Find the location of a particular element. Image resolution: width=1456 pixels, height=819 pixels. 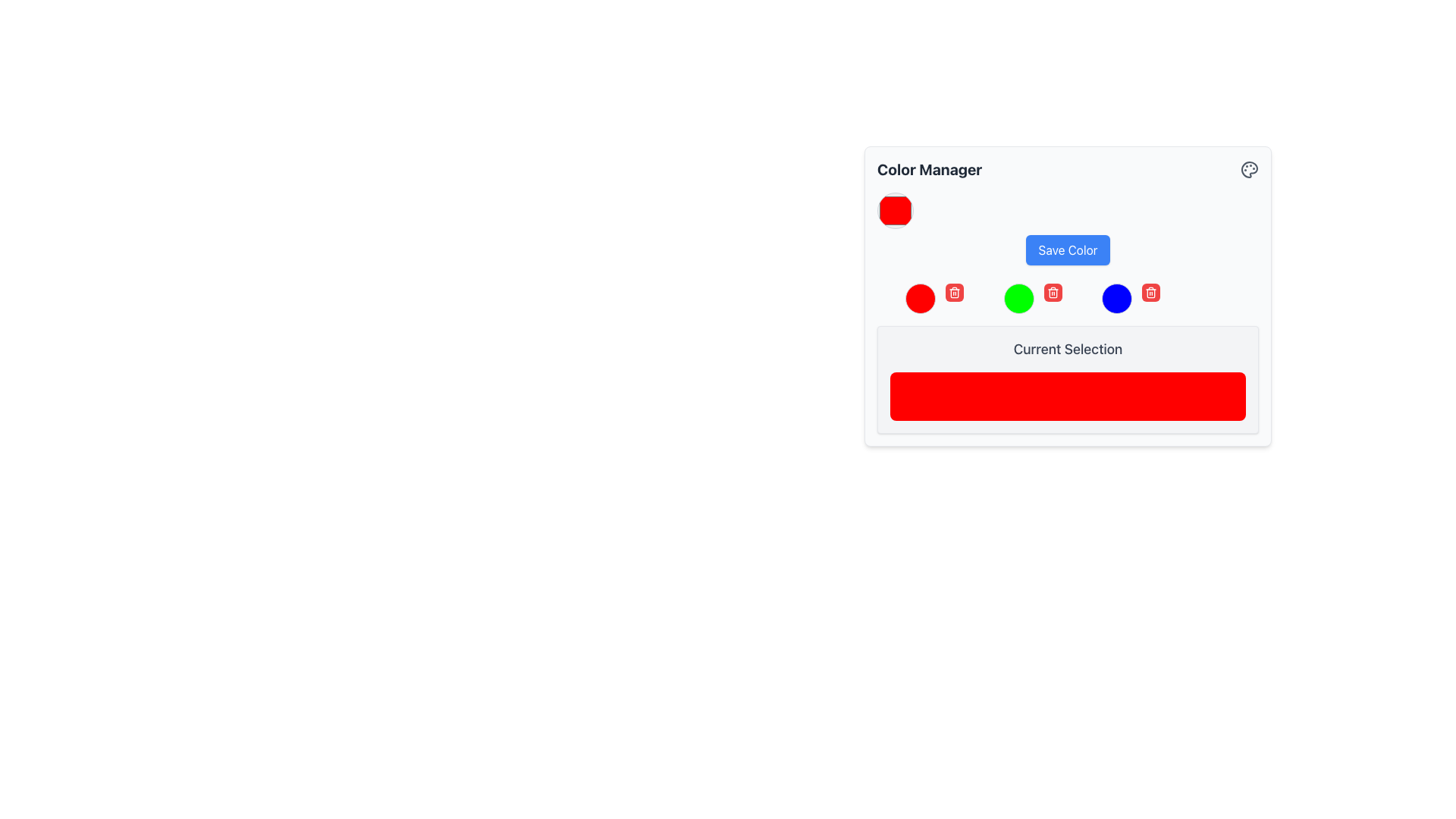

the trash icon with a red background and white line art style is located at coordinates (1150, 292).